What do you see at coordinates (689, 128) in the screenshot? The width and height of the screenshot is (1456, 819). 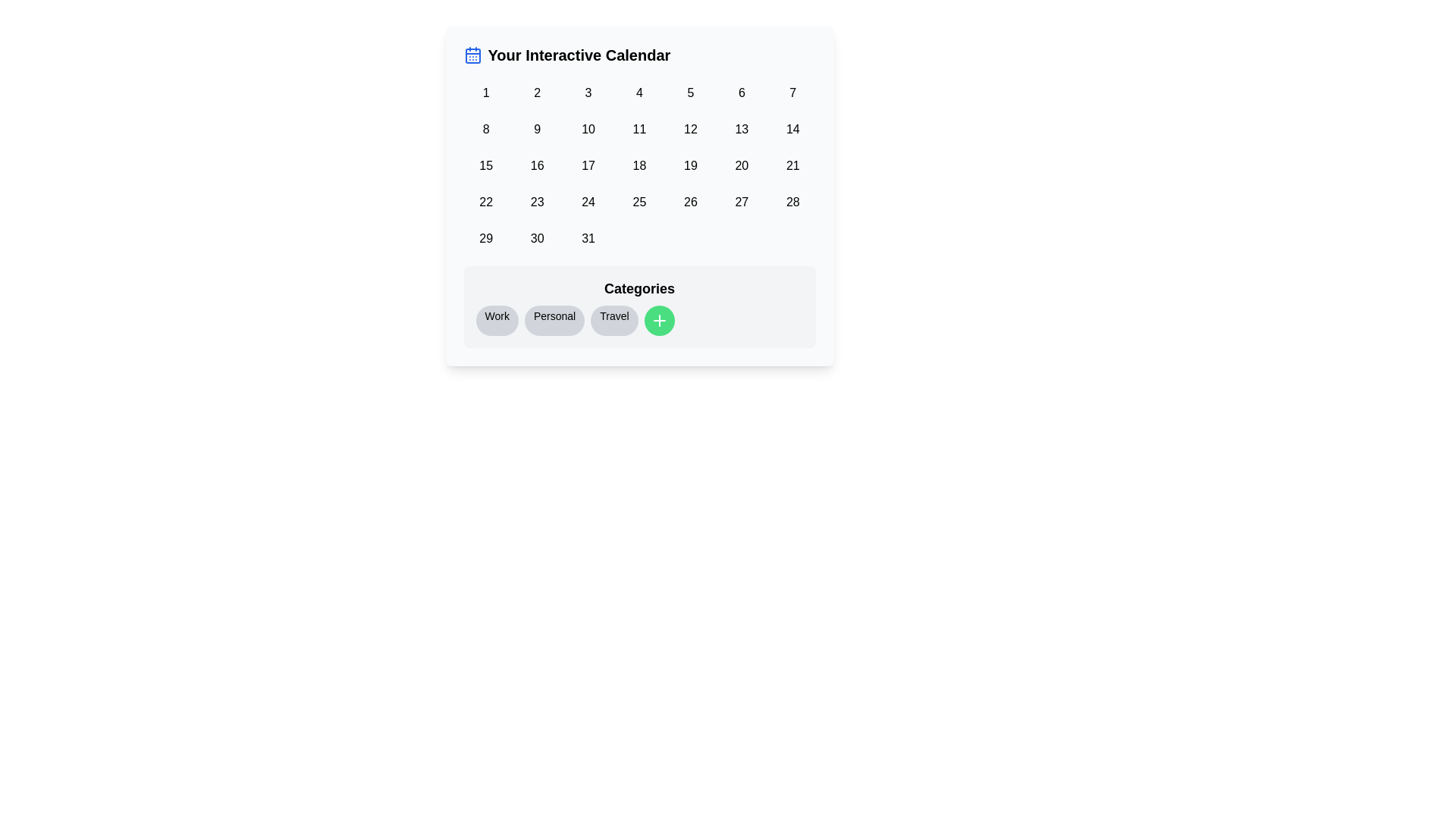 I see `the rounded button labeled '12' in the second row and sixth column of the calendar component` at bounding box center [689, 128].